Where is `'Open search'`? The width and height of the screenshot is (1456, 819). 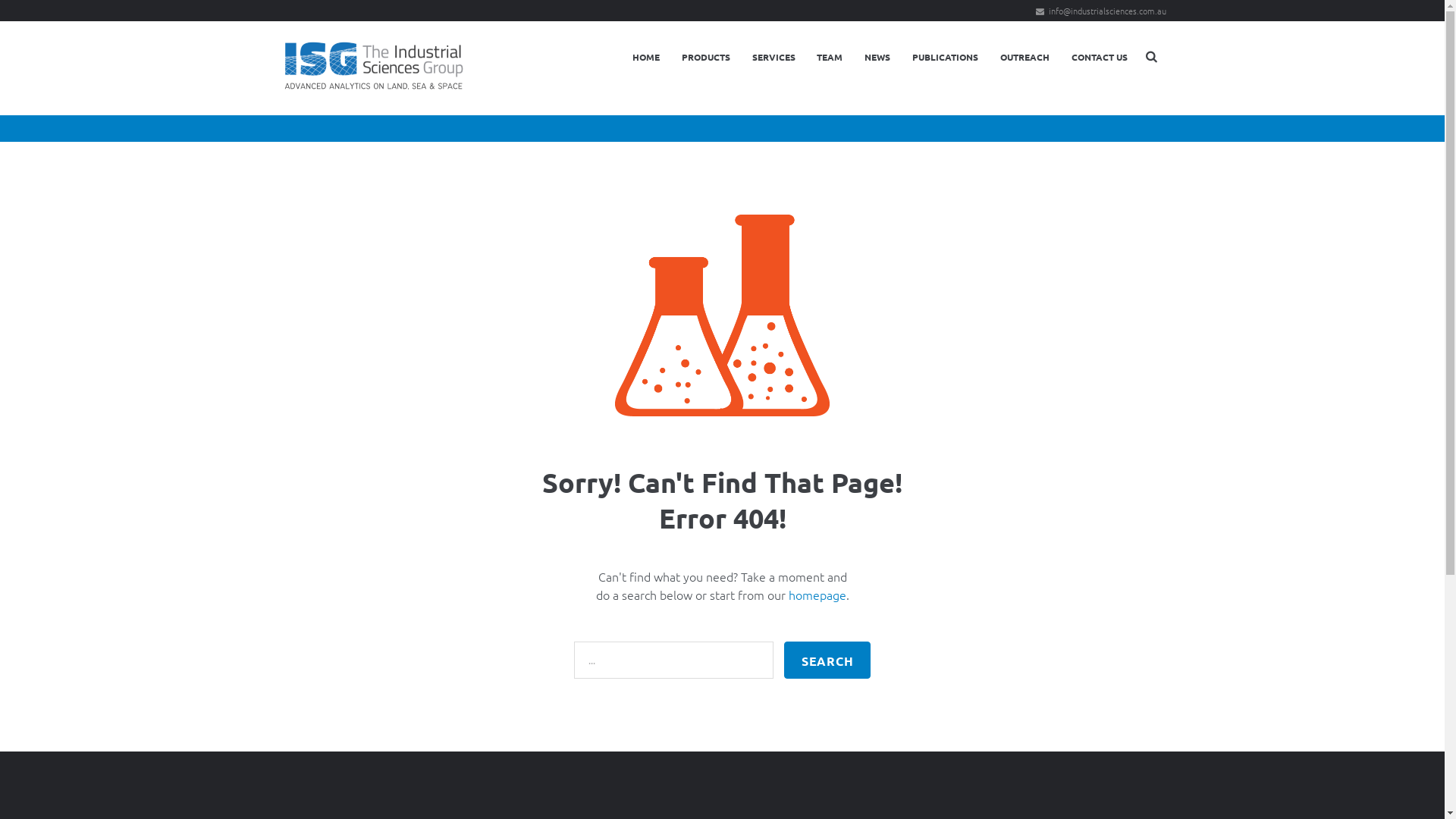 'Open search' is located at coordinates (1152, 55).